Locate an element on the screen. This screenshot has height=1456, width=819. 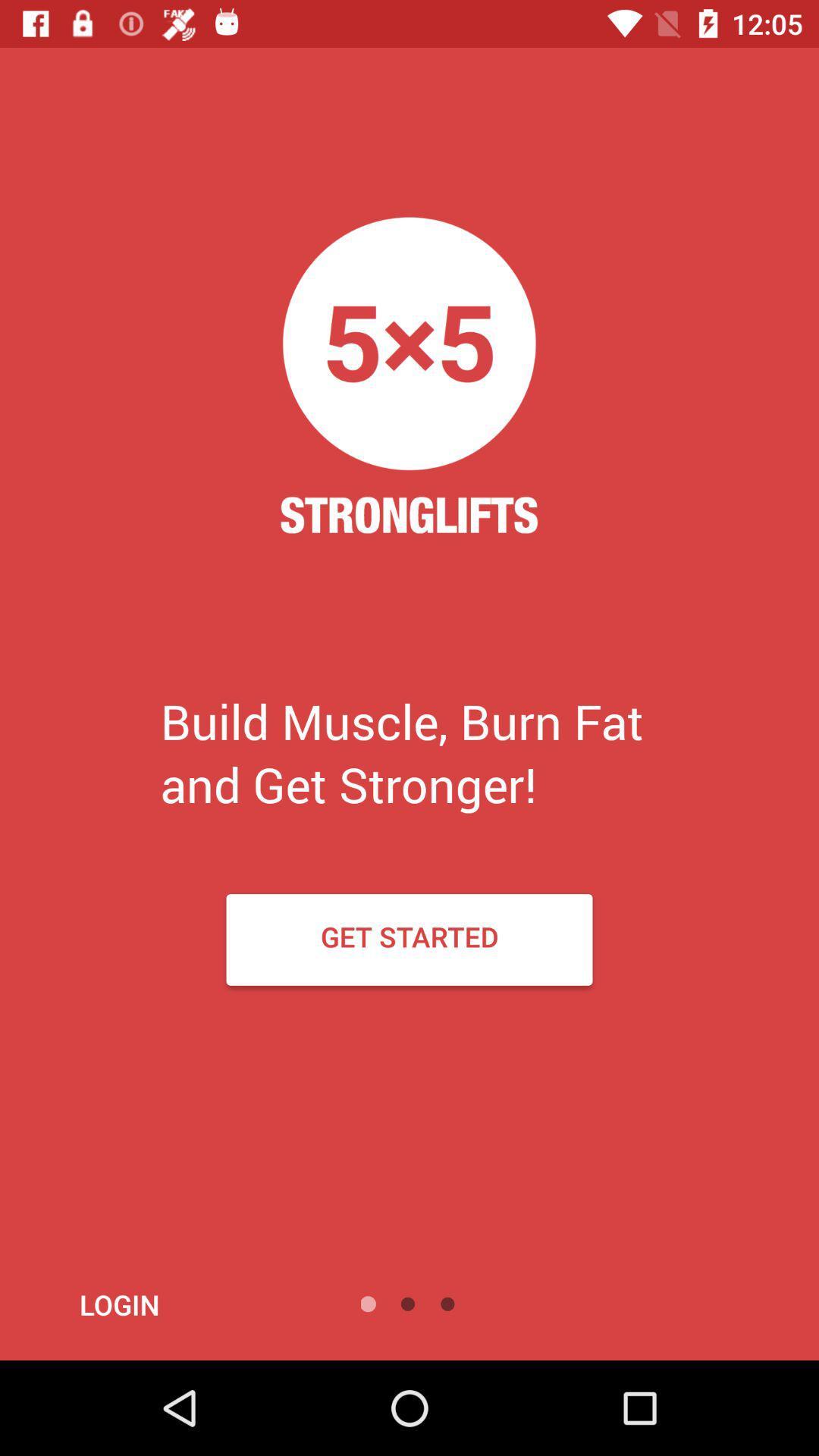
the get started icon is located at coordinates (409, 939).